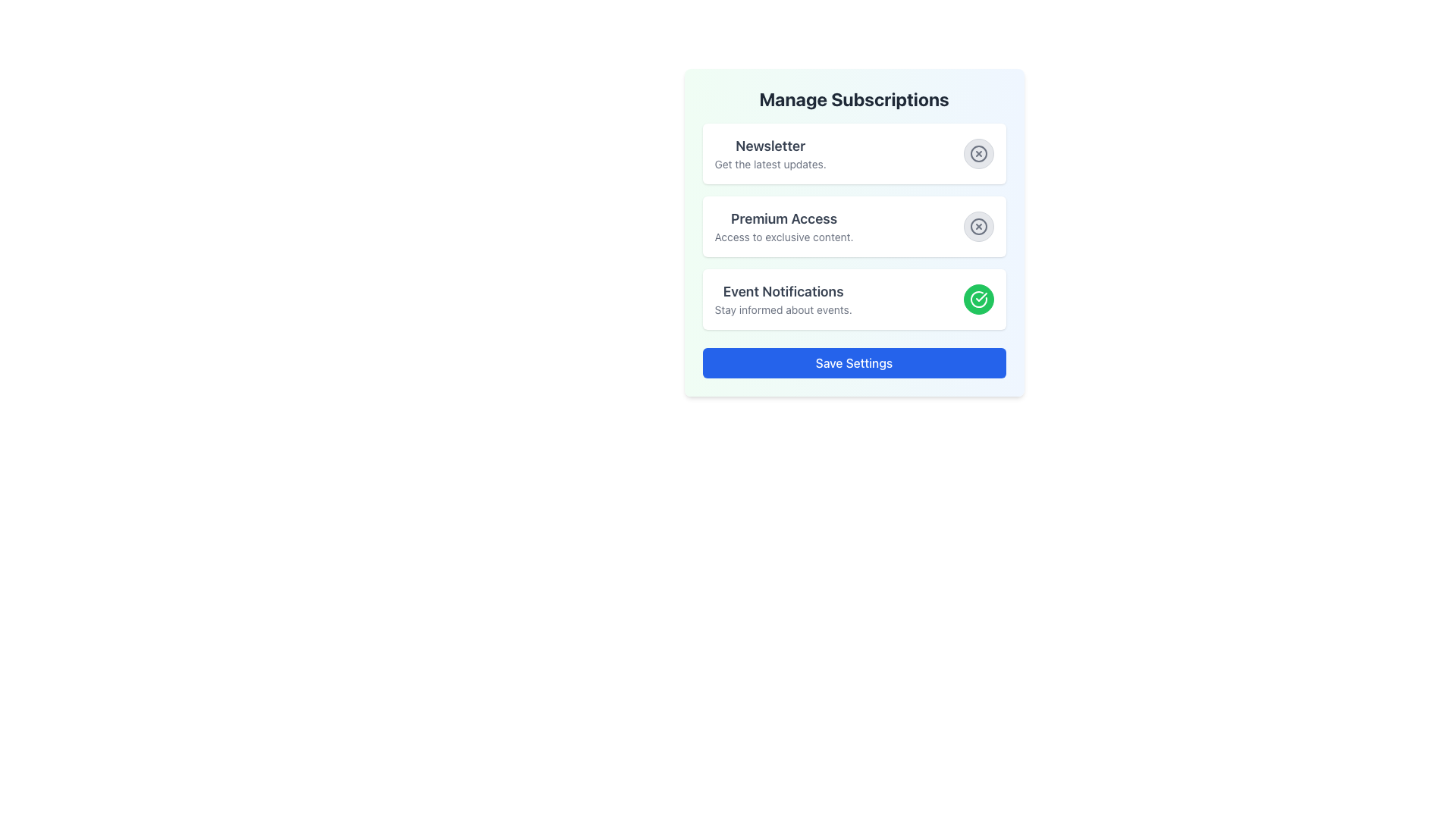 The image size is (1456, 819). Describe the element at coordinates (978, 227) in the screenshot. I see `the decorative cancel or close icon within the SVG, located in the second item under 'Premium Access'` at that location.